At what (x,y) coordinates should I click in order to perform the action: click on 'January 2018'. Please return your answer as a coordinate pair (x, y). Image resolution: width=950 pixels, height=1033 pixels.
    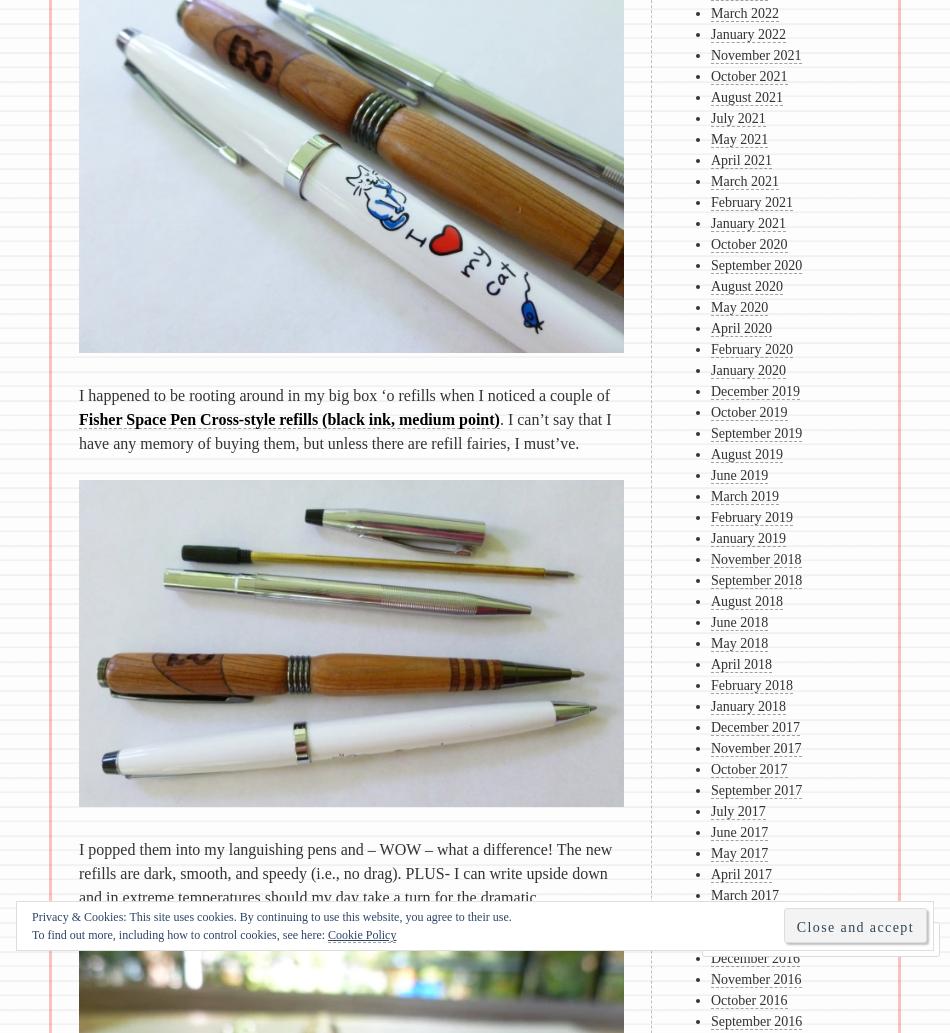
    Looking at the image, I should click on (710, 706).